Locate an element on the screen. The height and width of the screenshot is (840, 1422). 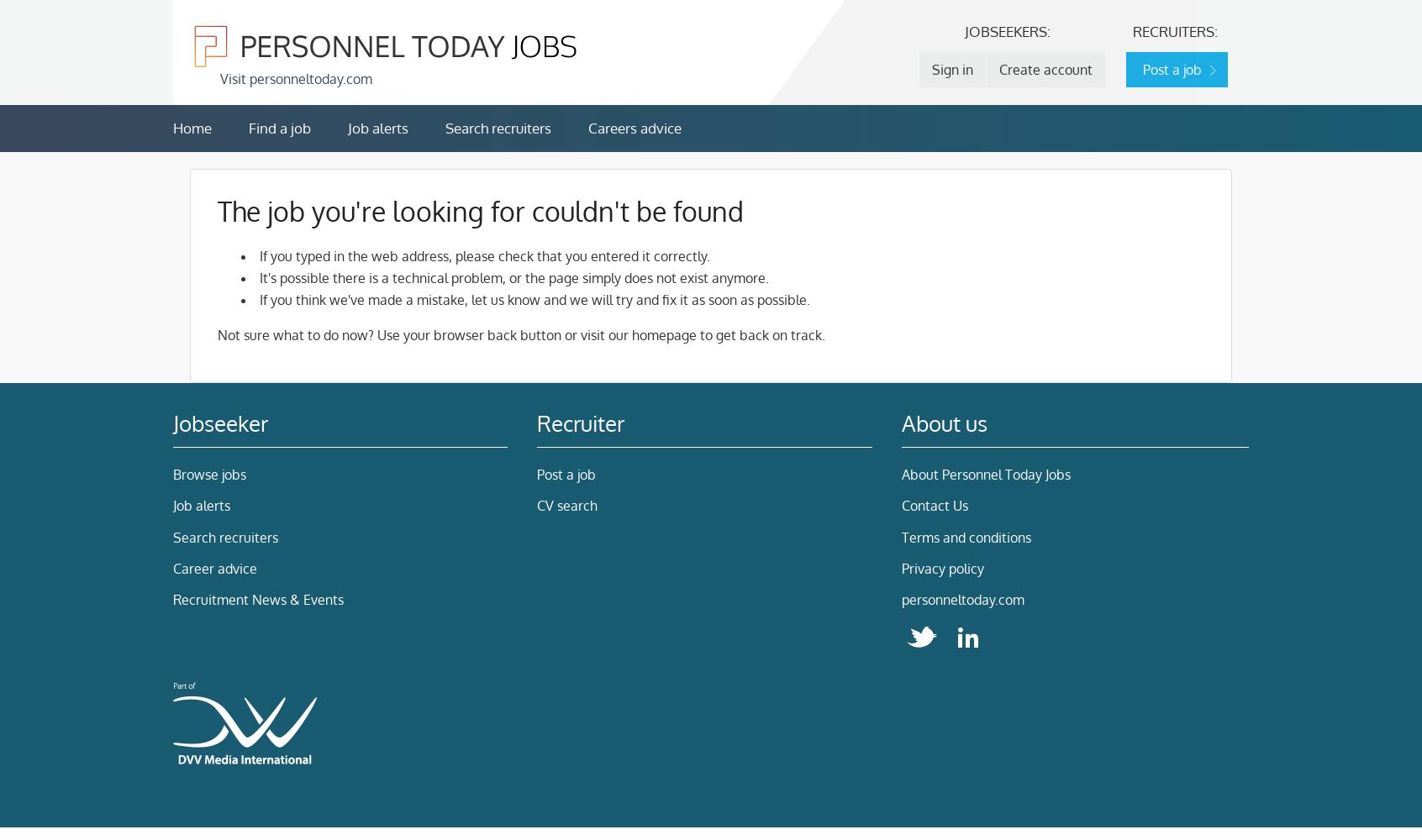
'Home' is located at coordinates (171, 128).